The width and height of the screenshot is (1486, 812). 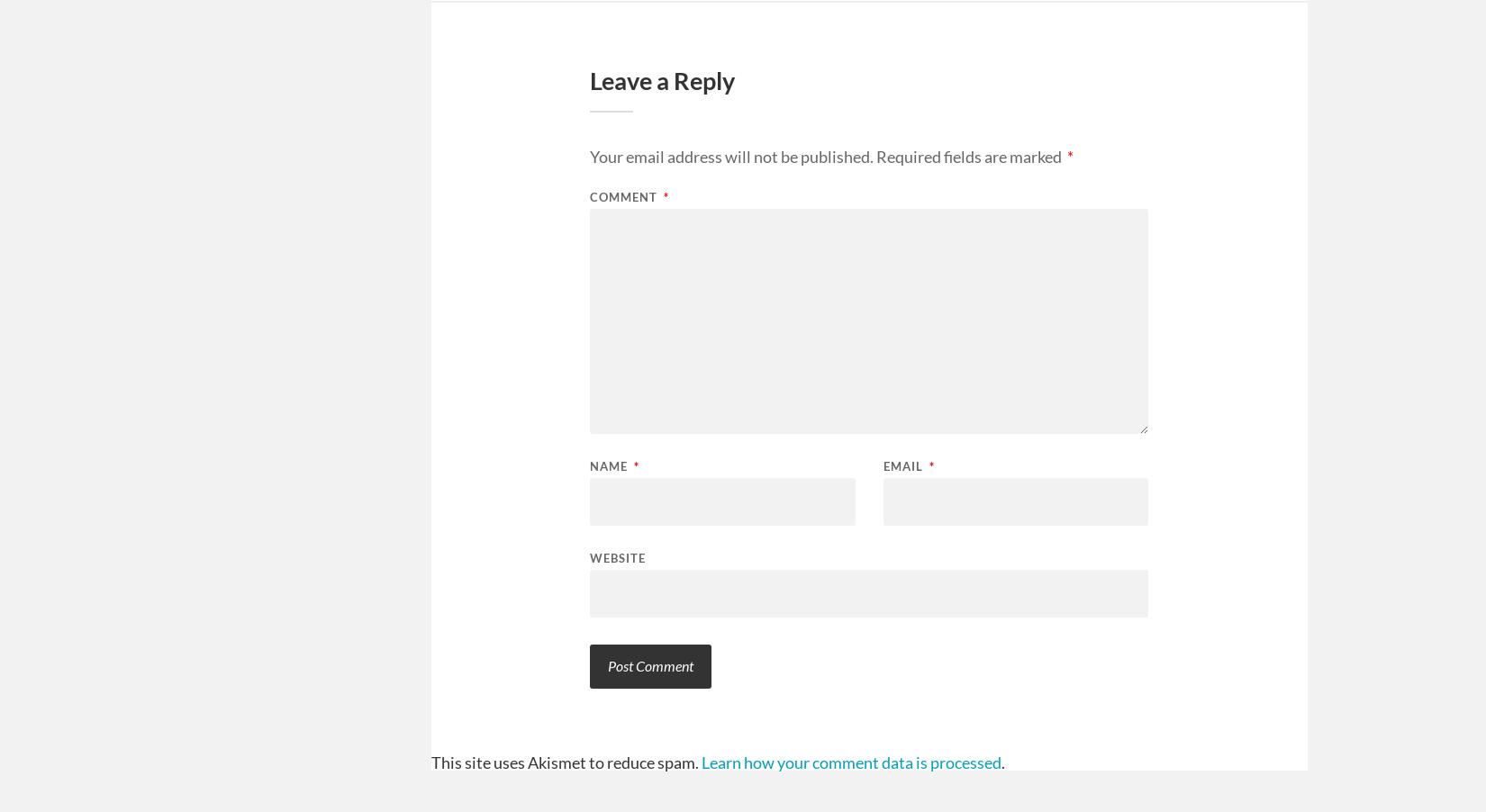 What do you see at coordinates (970, 155) in the screenshot?
I see `'Required fields are marked'` at bounding box center [970, 155].